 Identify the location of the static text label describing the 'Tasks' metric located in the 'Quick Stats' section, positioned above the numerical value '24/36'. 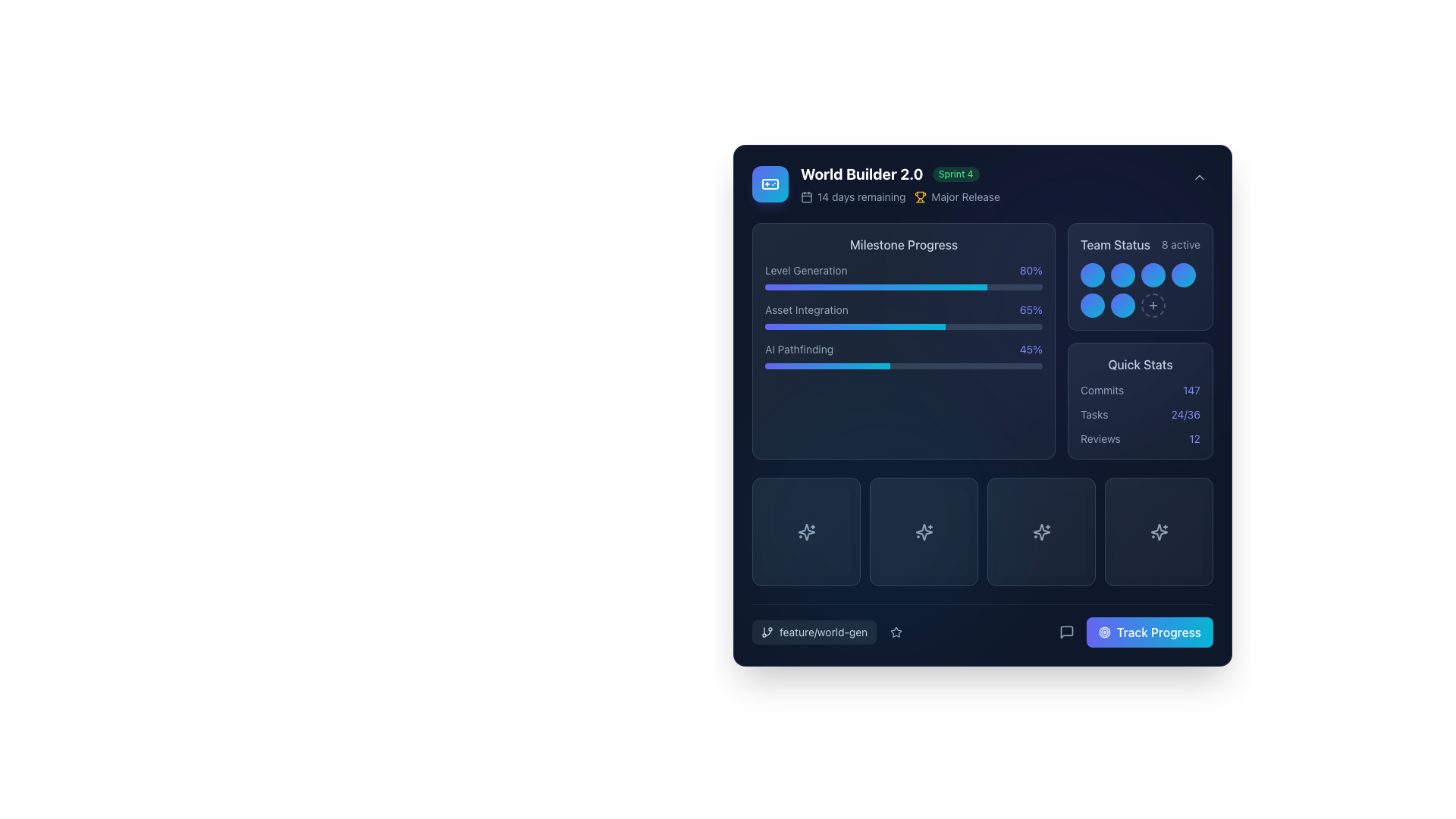
(1094, 415).